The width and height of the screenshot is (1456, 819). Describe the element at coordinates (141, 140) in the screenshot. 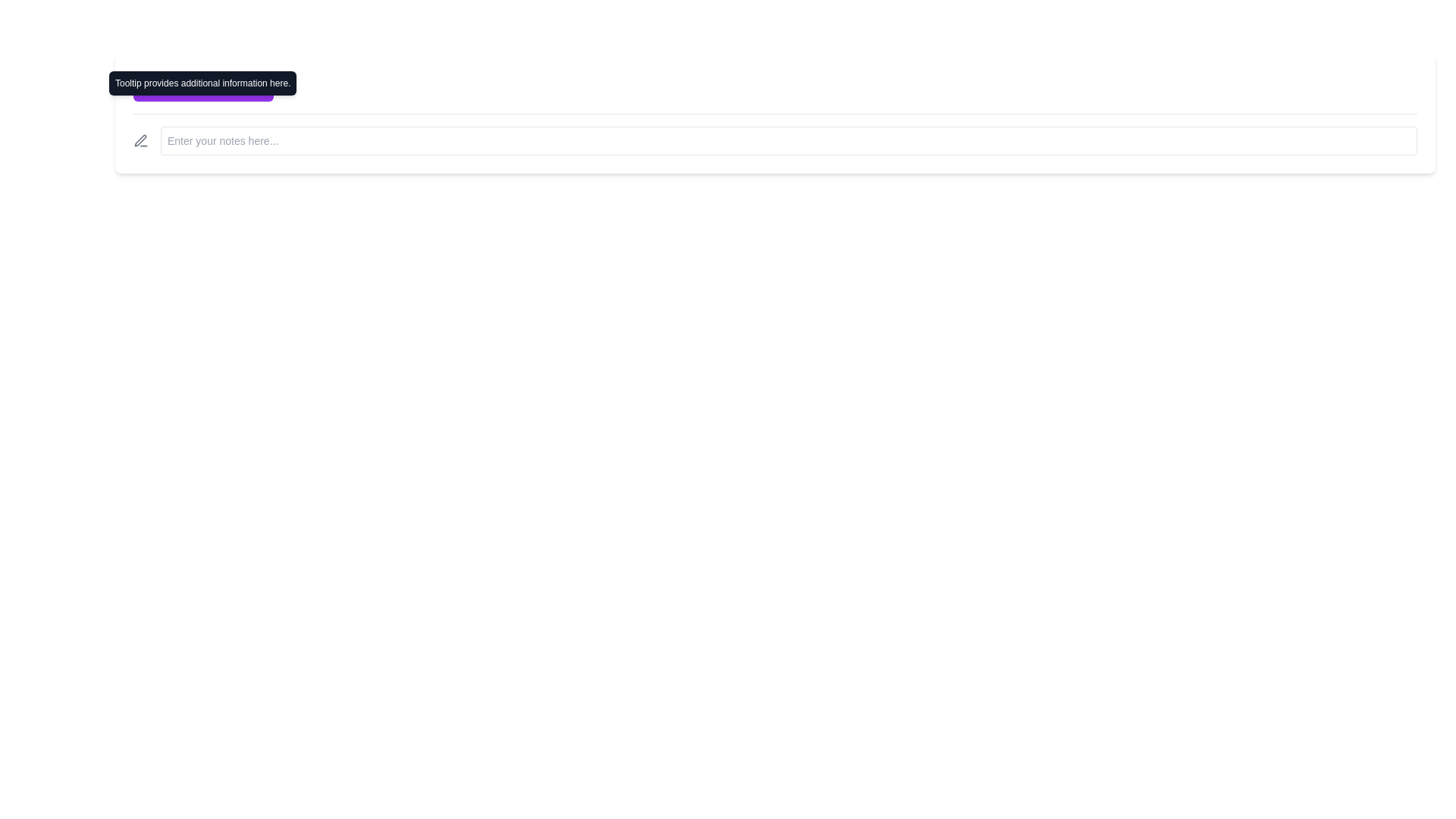

I see `the gray pen icon representing editing tools, located on the leftmost side of a bar section before the text input area for notes` at that location.